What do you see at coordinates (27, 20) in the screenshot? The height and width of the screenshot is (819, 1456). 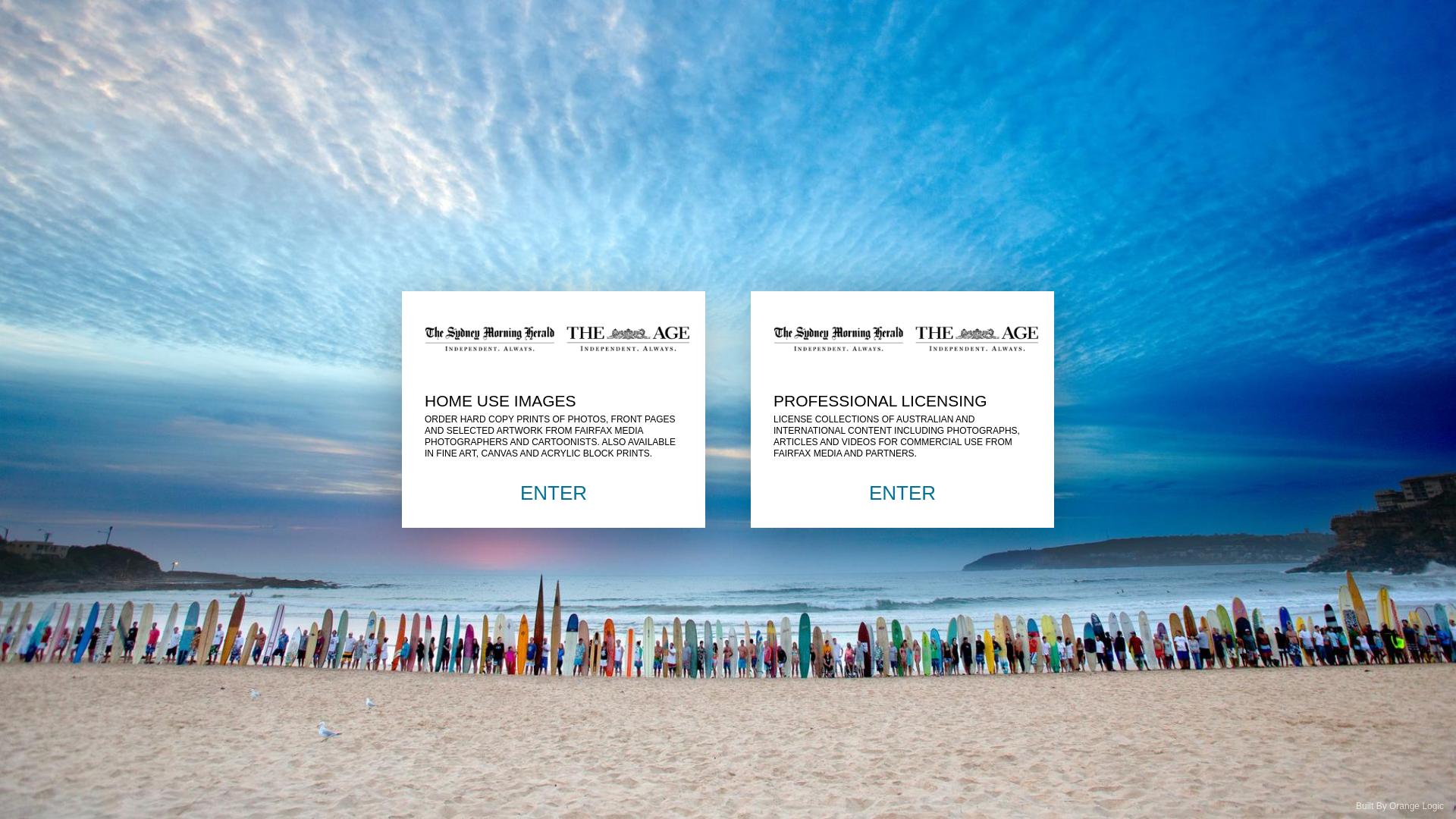 I see `'Show keyboard shortcuts'` at bounding box center [27, 20].